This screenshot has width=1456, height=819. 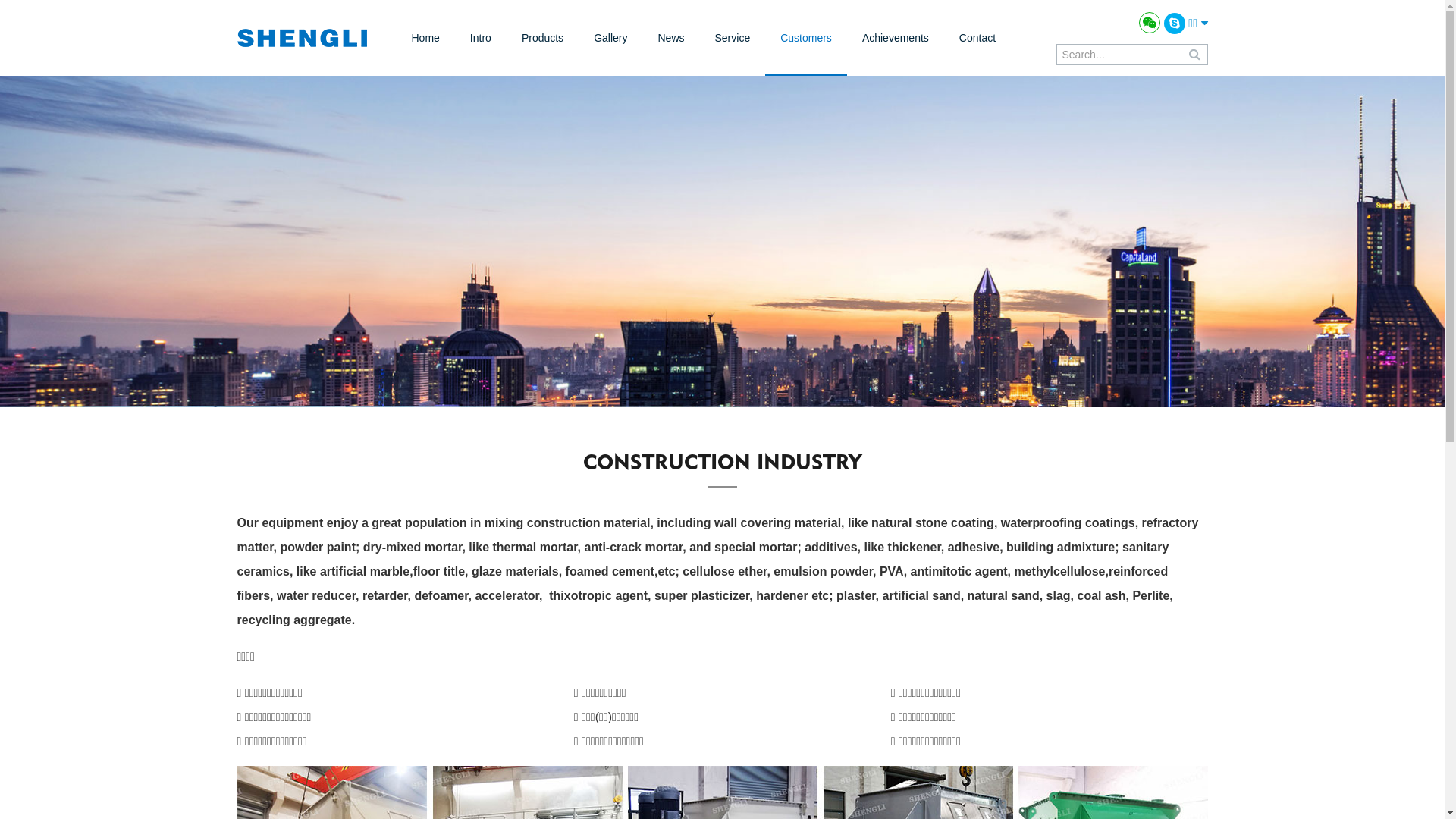 I want to click on 'Products', so click(x=542, y=37).